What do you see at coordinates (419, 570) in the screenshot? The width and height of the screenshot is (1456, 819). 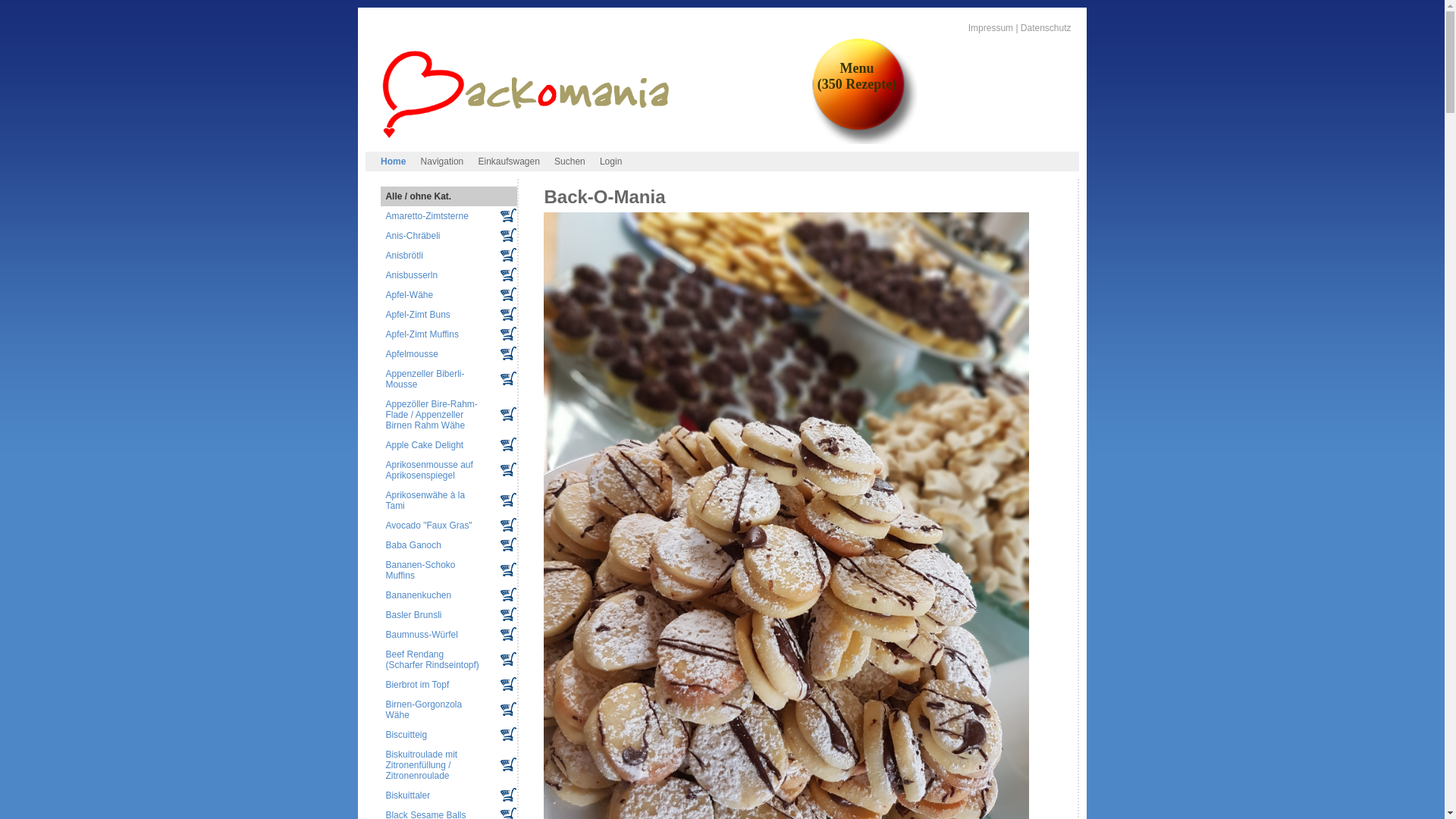 I see `'Bananen-Schoko Muffins'` at bounding box center [419, 570].